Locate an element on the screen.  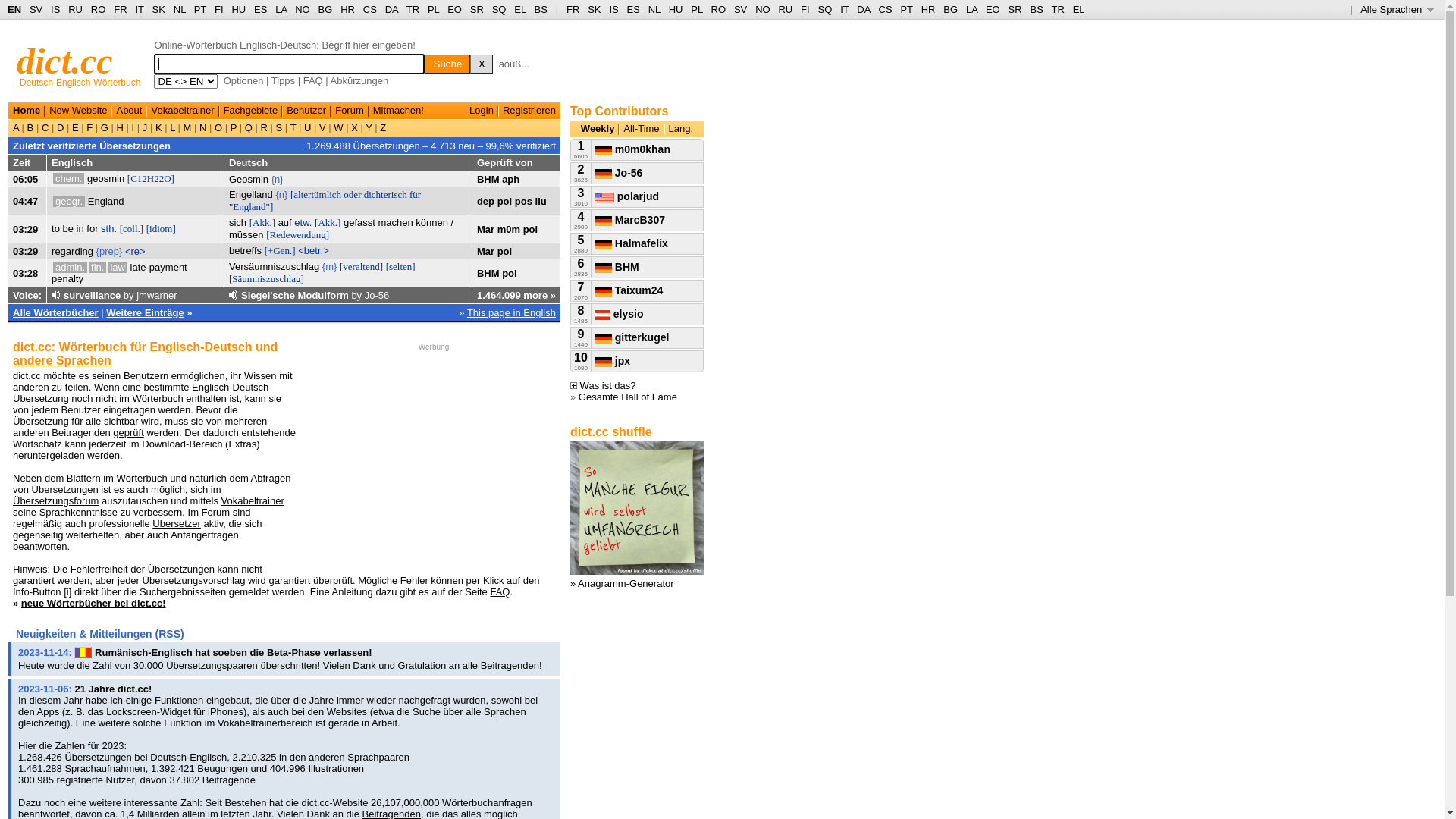
'CS' is located at coordinates (370, 9).